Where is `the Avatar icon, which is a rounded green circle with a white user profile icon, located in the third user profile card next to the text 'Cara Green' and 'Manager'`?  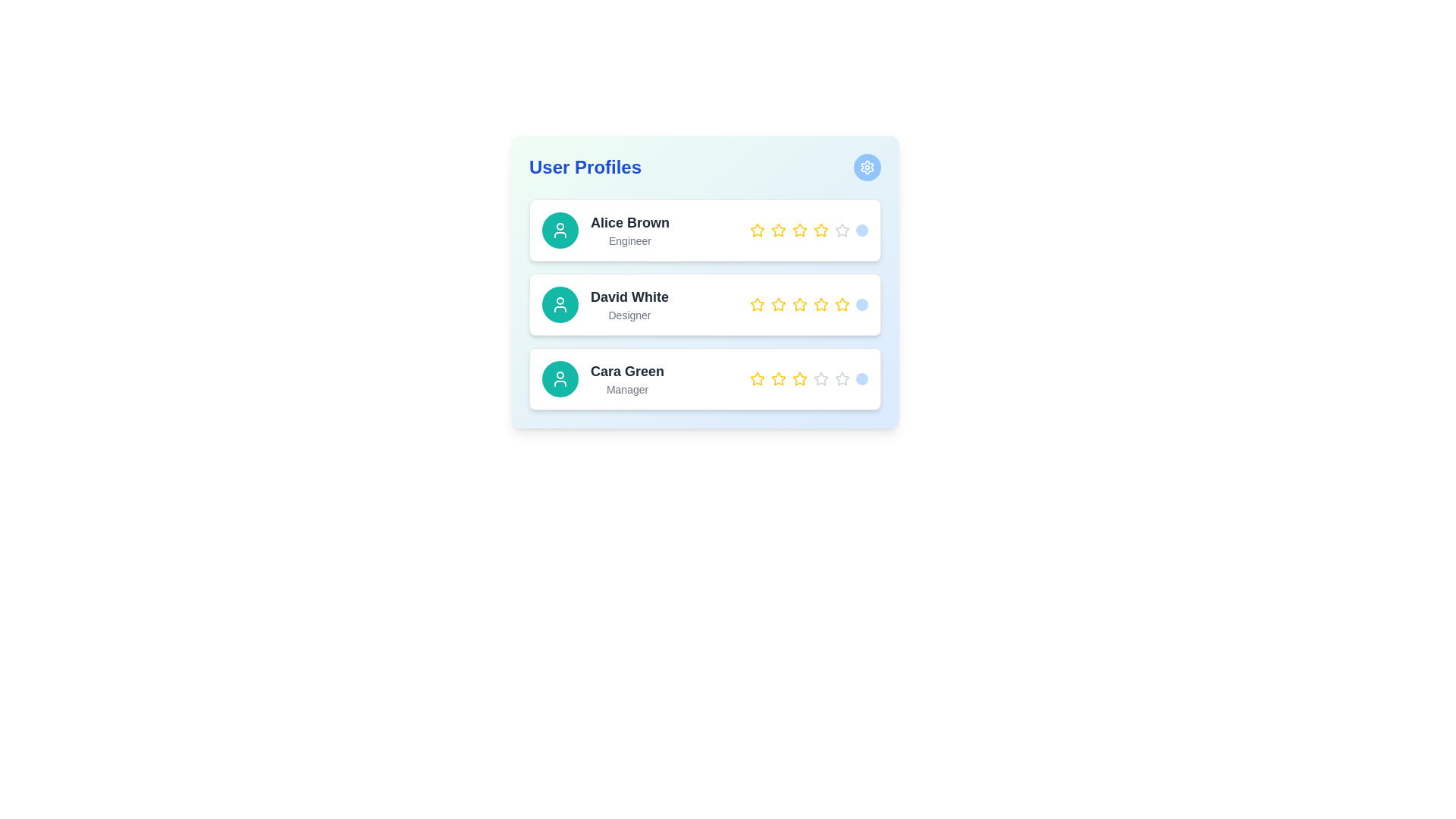 the Avatar icon, which is a rounded green circle with a white user profile icon, located in the third user profile card next to the text 'Cara Green' and 'Manager' is located at coordinates (560, 378).